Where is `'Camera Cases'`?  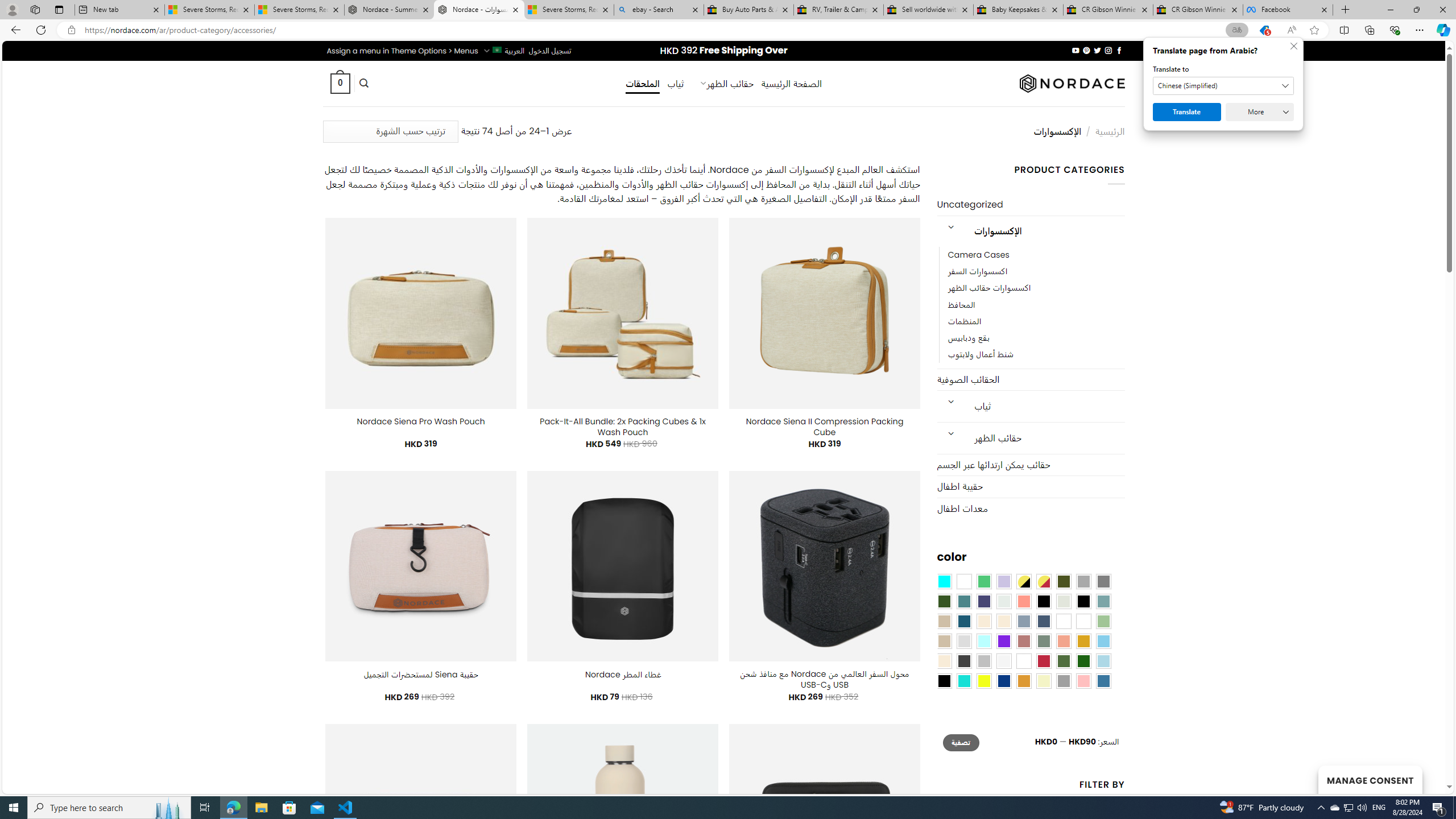
'Camera Cases' is located at coordinates (1036, 255).